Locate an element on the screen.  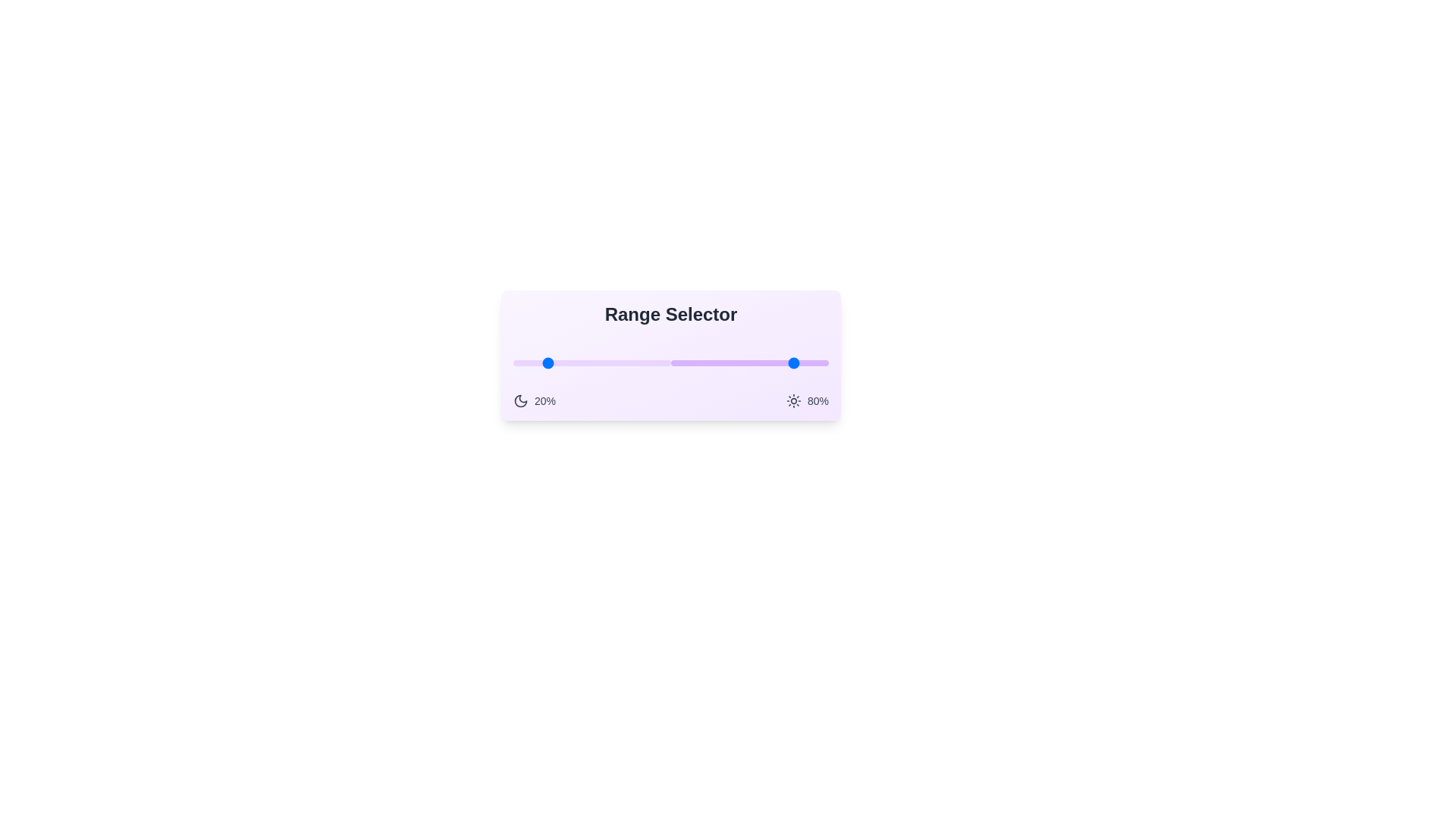
the lower bound of the range to 65% by dragging the left slider is located at coordinates (616, 362).